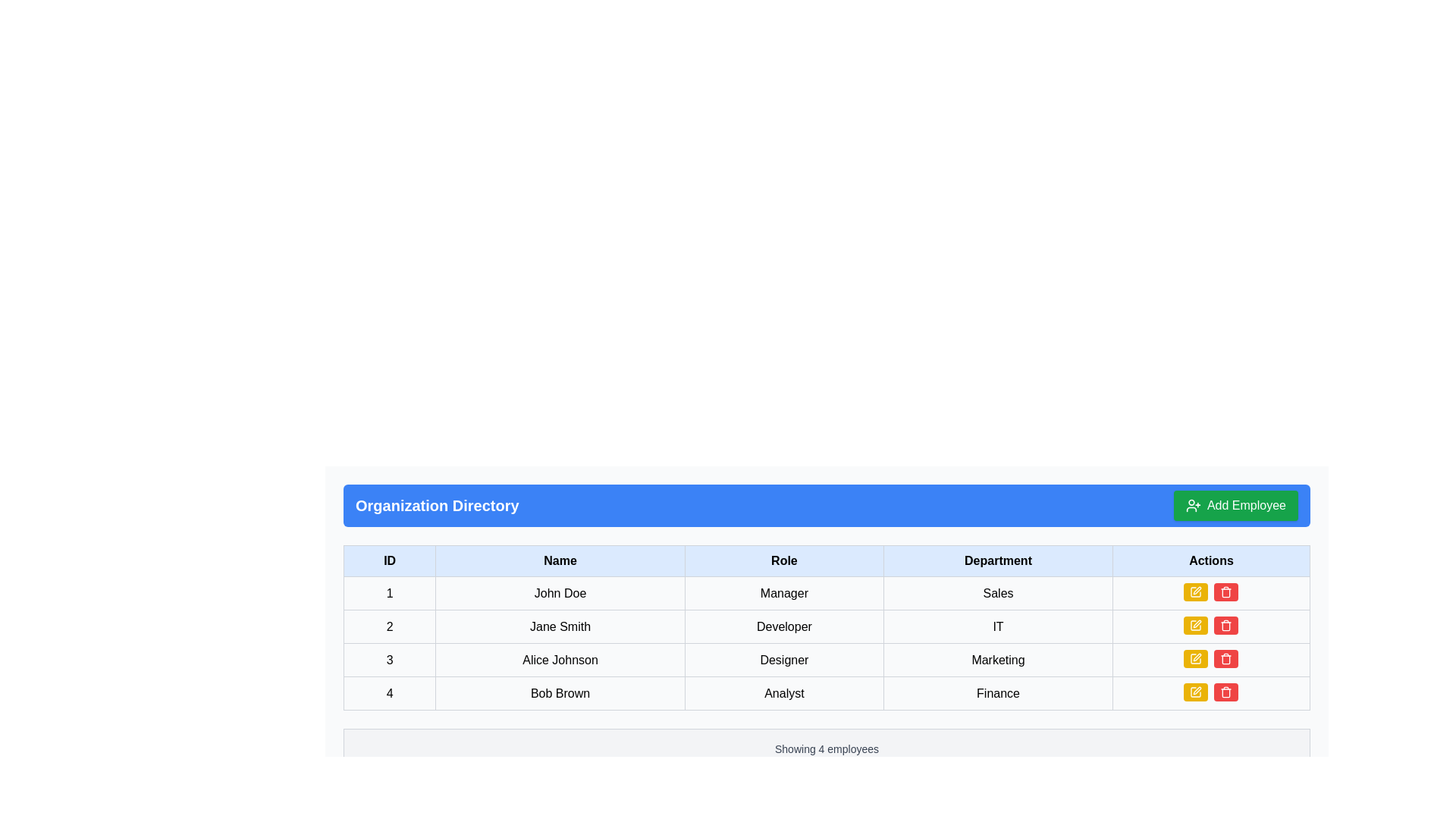  I want to click on the 'Actions' table header cell, which is a rectangular cell with bold text on a light blue background, located at the top row of a table, aligned to the right of the 'Department' cell, so click(1210, 561).